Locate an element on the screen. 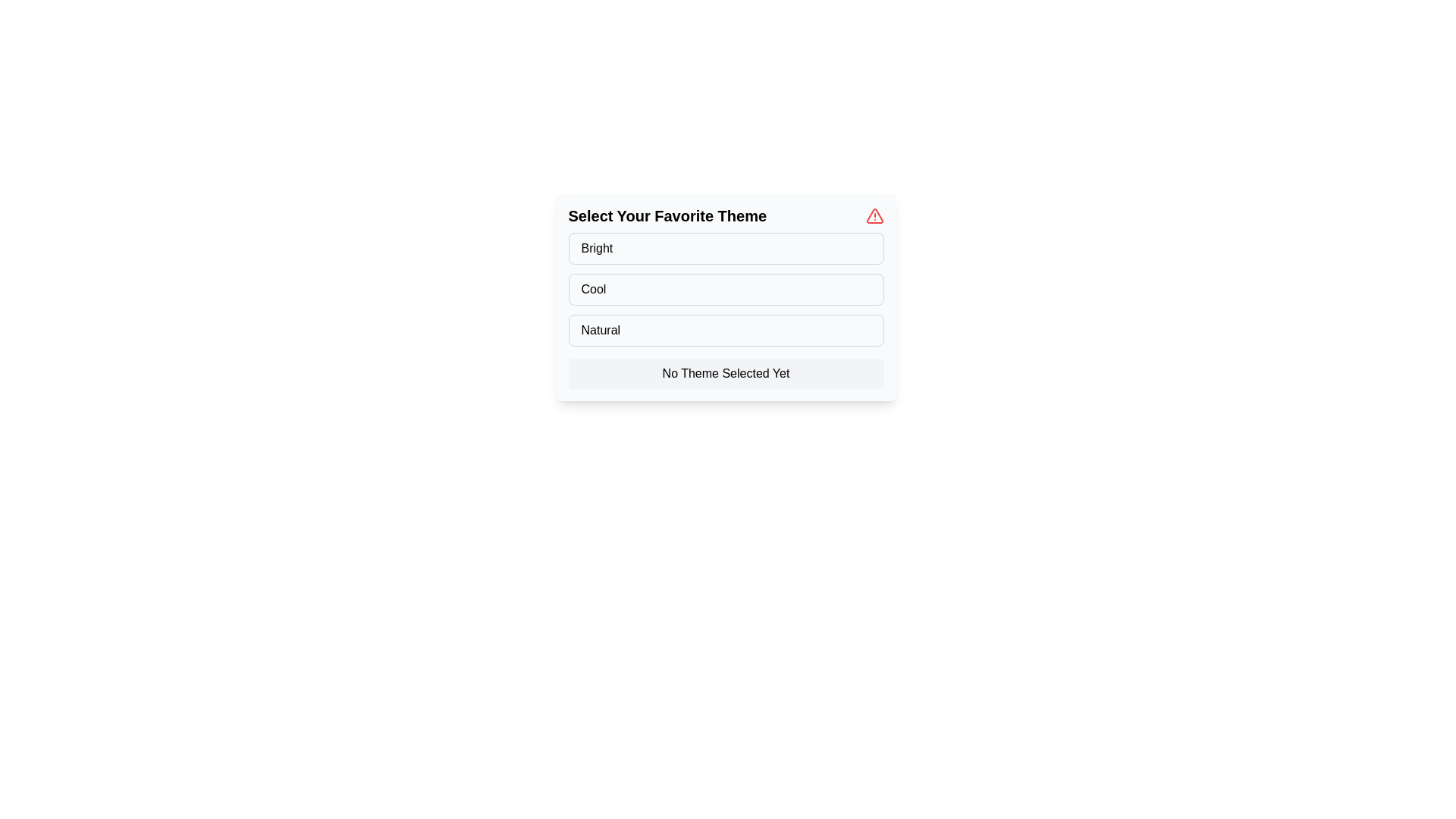 The image size is (1456, 819). the 'Cool' theme button located within the 'Select Your Favorite Theme' card is located at coordinates (725, 289).